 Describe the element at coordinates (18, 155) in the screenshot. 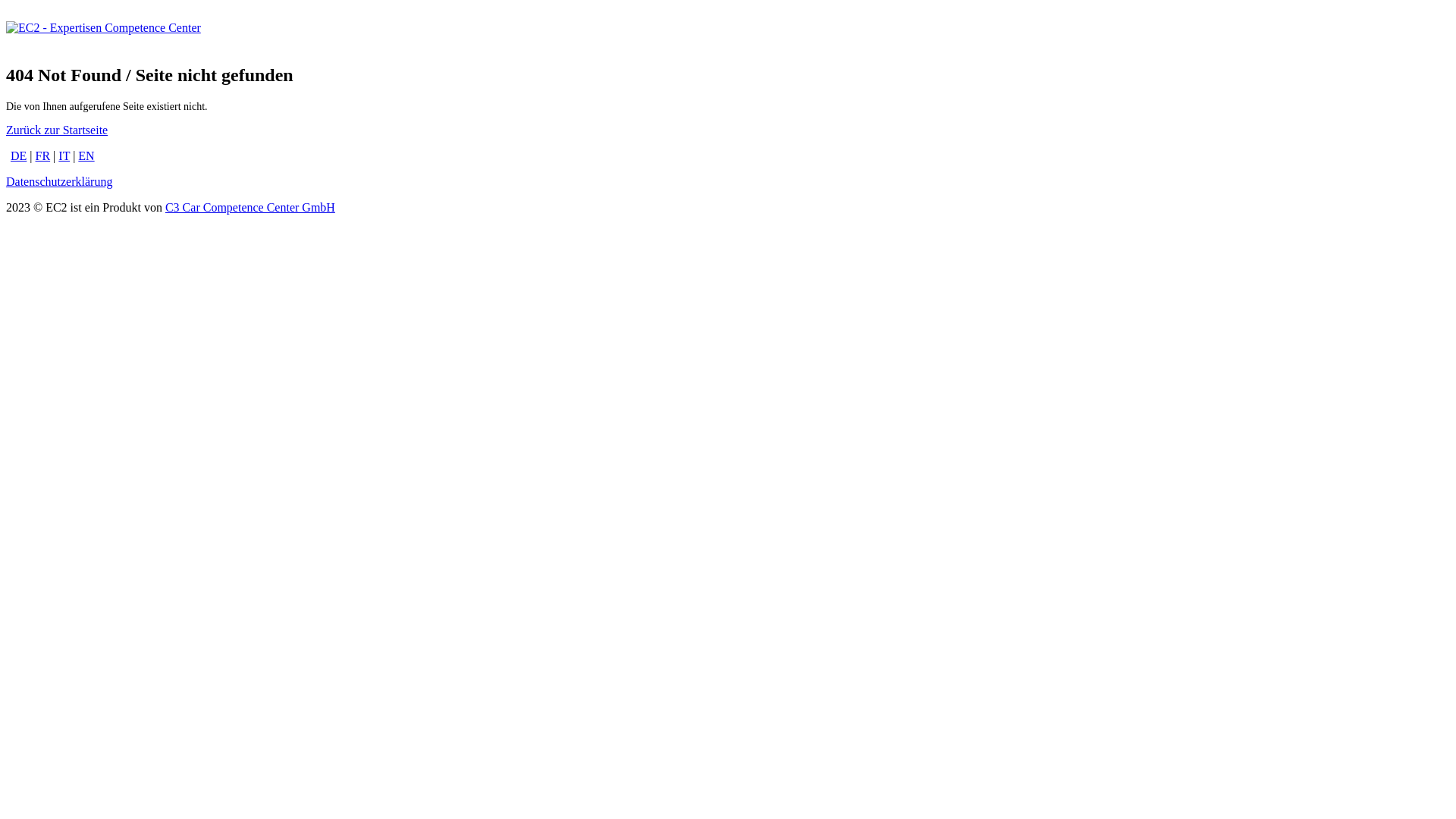

I see `'DE'` at that location.